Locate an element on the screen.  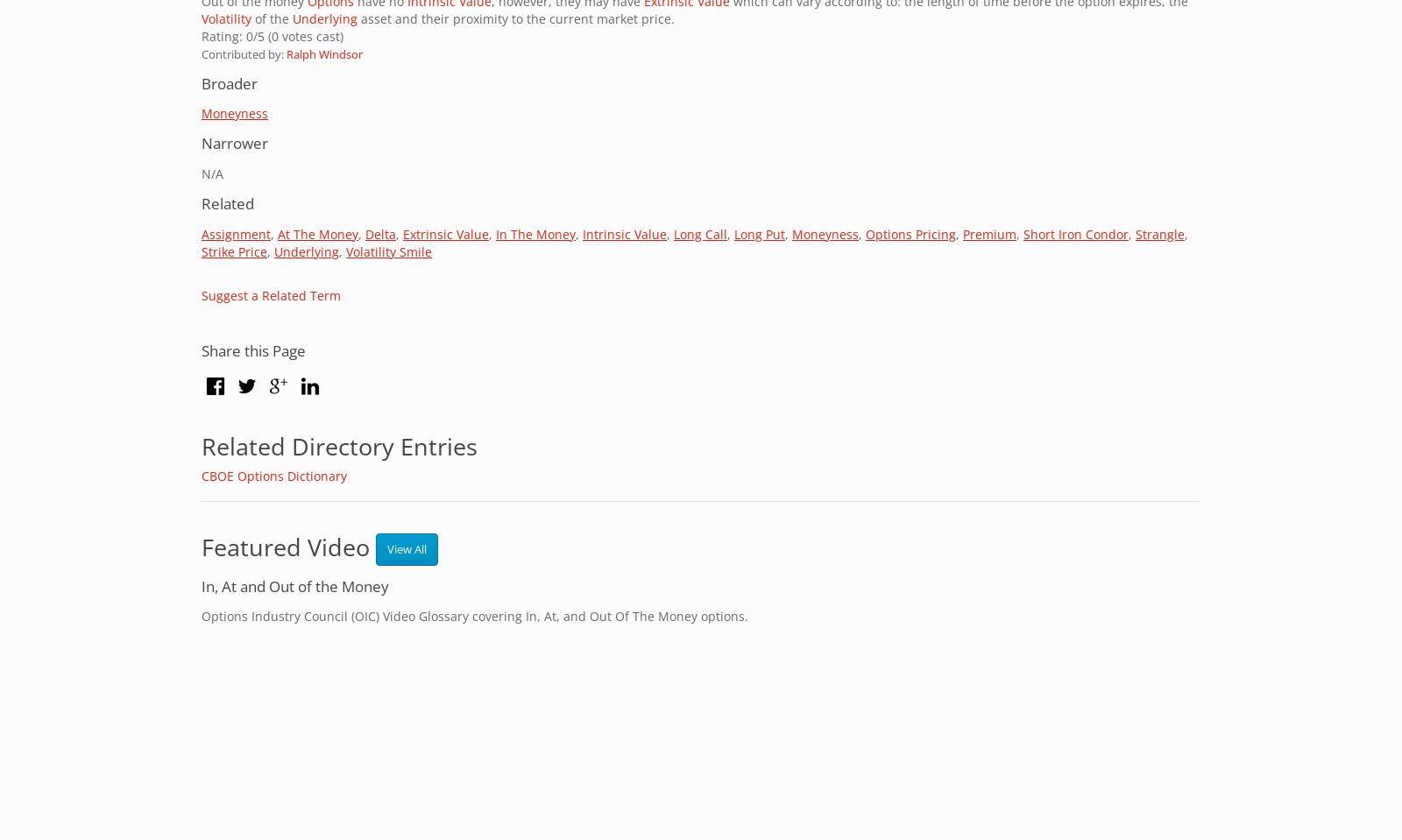
'Premium' is located at coordinates (989, 233).